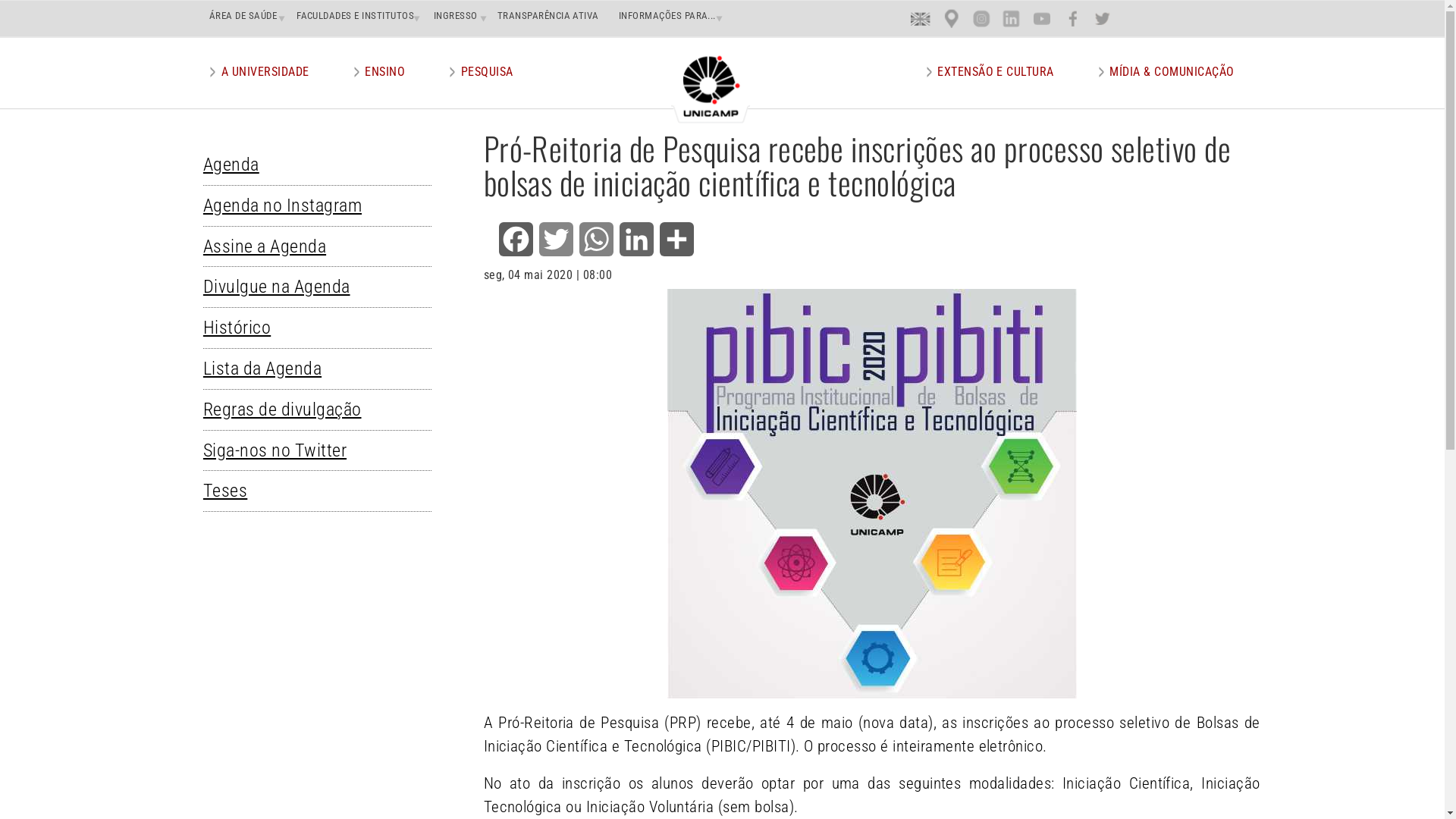 The image size is (1456, 819). What do you see at coordinates (920, 18) in the screenshot?
I see `'En'` at bounding box center [920, 18].